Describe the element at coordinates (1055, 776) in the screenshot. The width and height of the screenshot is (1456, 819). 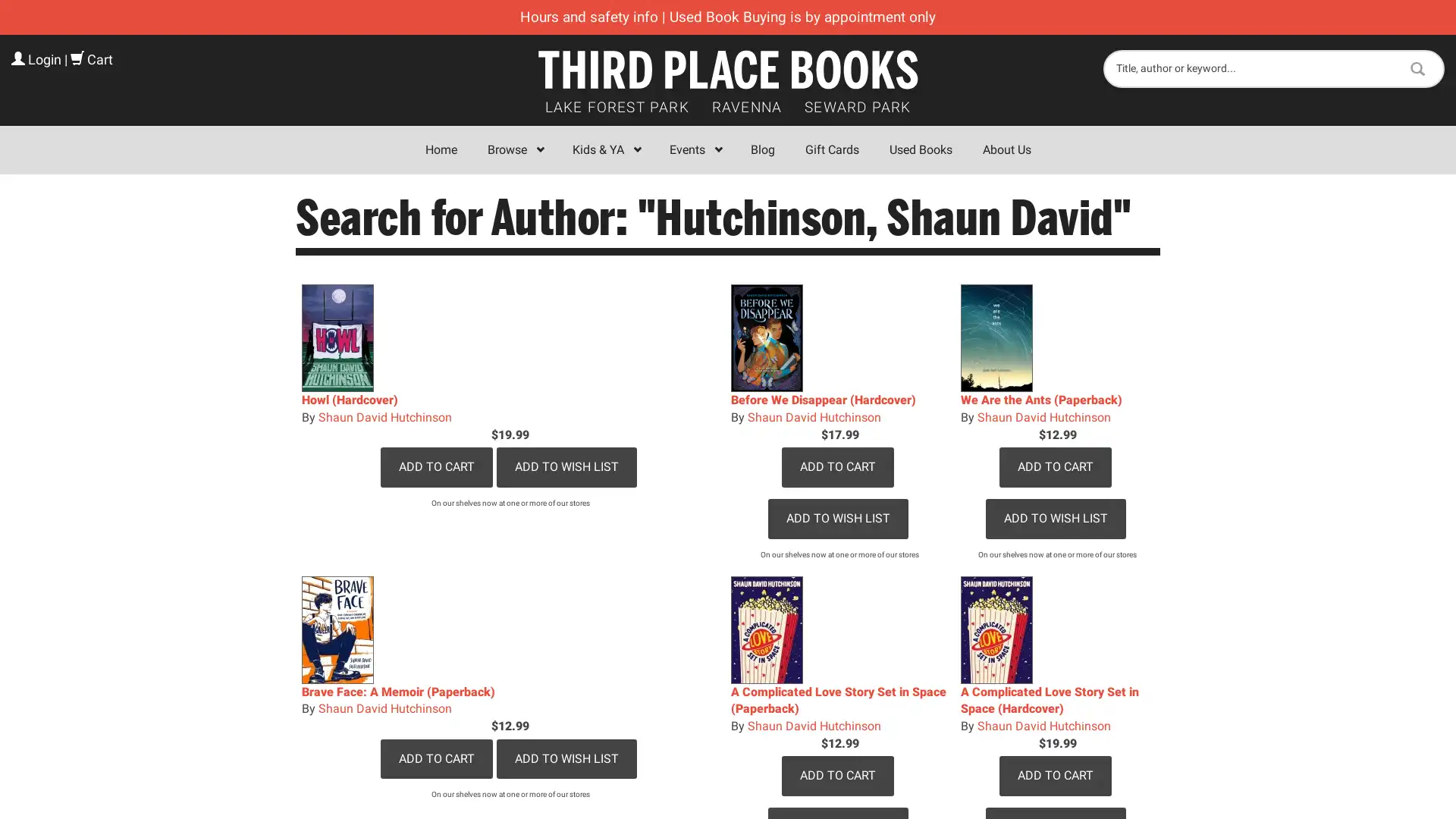
I see `Add to Cart` at that location.